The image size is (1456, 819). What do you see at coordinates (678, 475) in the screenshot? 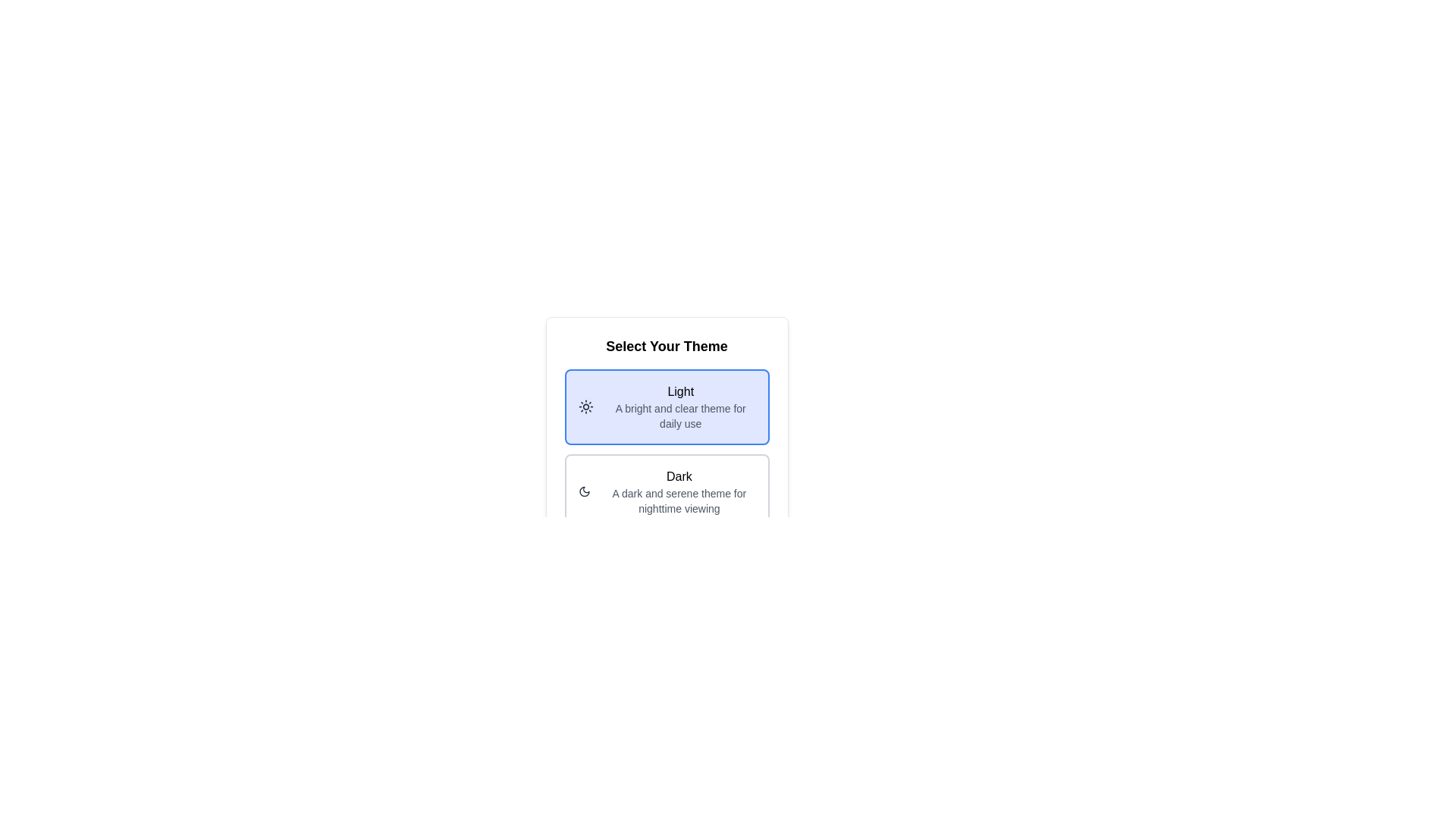
I see `the text label 'Dark' which is styled in bold and is located in the second card of the 'Select Your Theme' section` at bounding box center [678, 475].